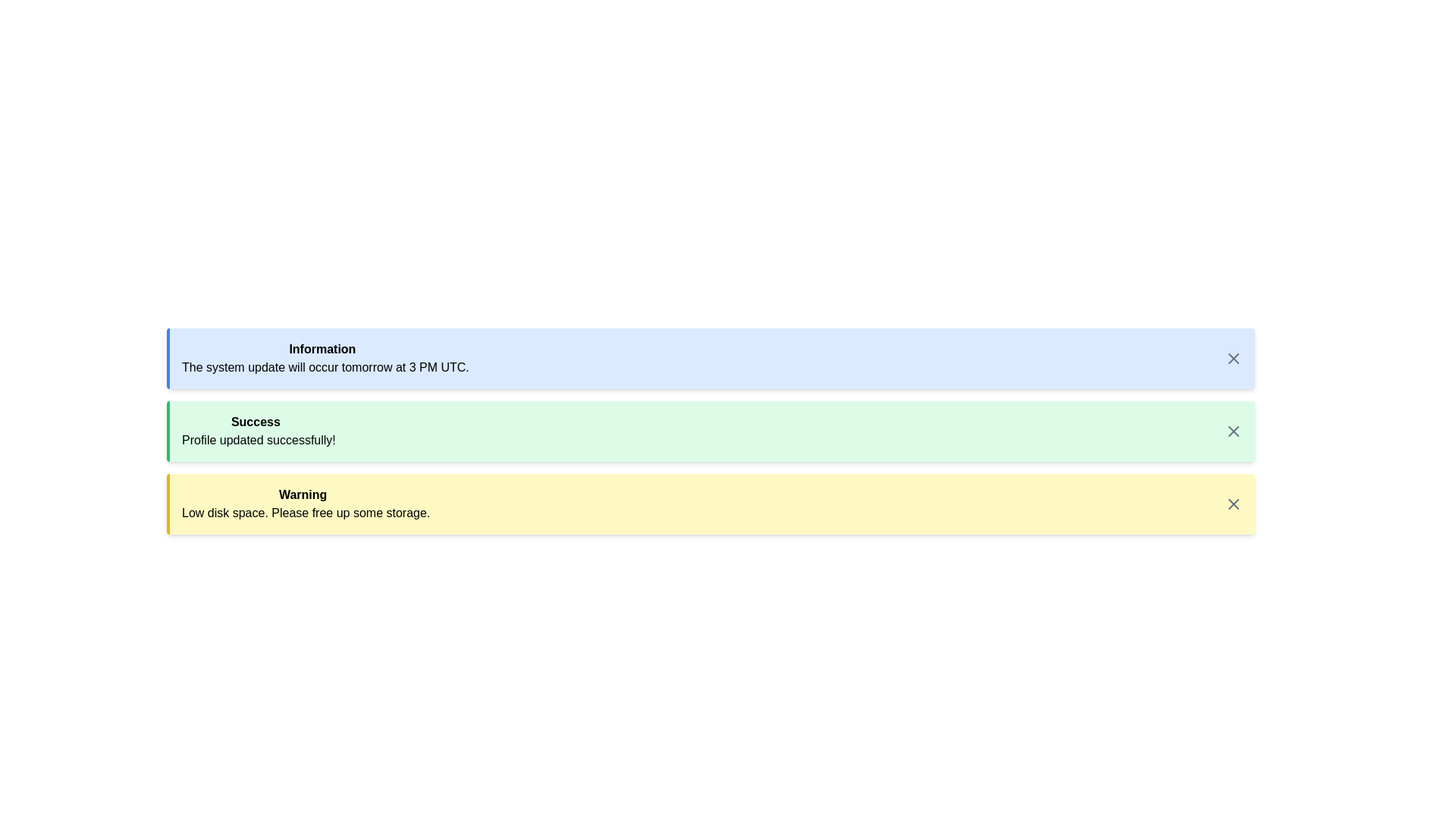 Image resolution: width=1456 pixels, height=819 pixels. What do you see at coordinates (711, 504) in the screenshot?
I see `warning from the Notification Banner that alerts the user about low disk space, positioned below the green 'Success' bar` at bounding box center [711, 504].